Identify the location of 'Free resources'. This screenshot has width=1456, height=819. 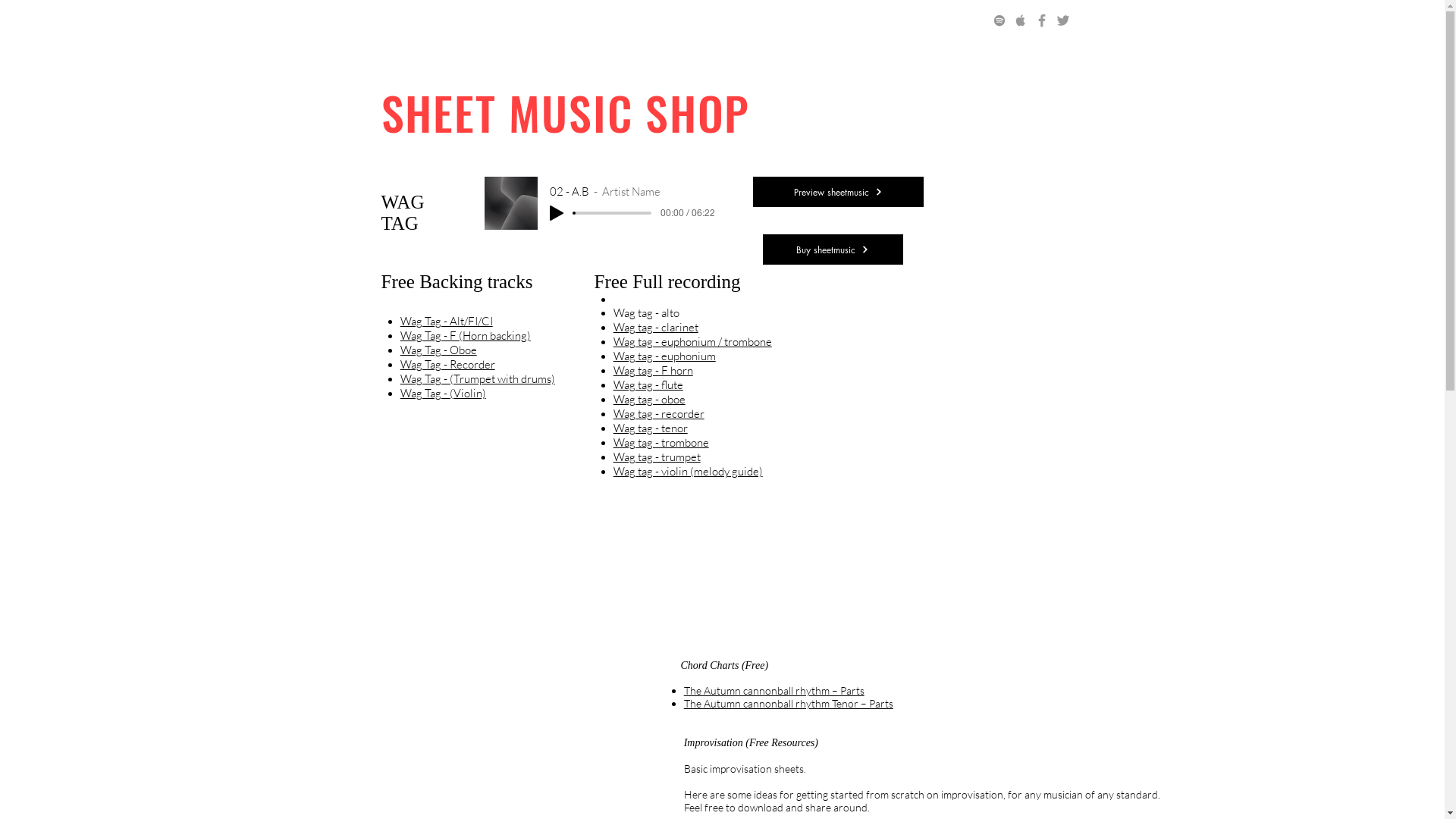
(682, 22).